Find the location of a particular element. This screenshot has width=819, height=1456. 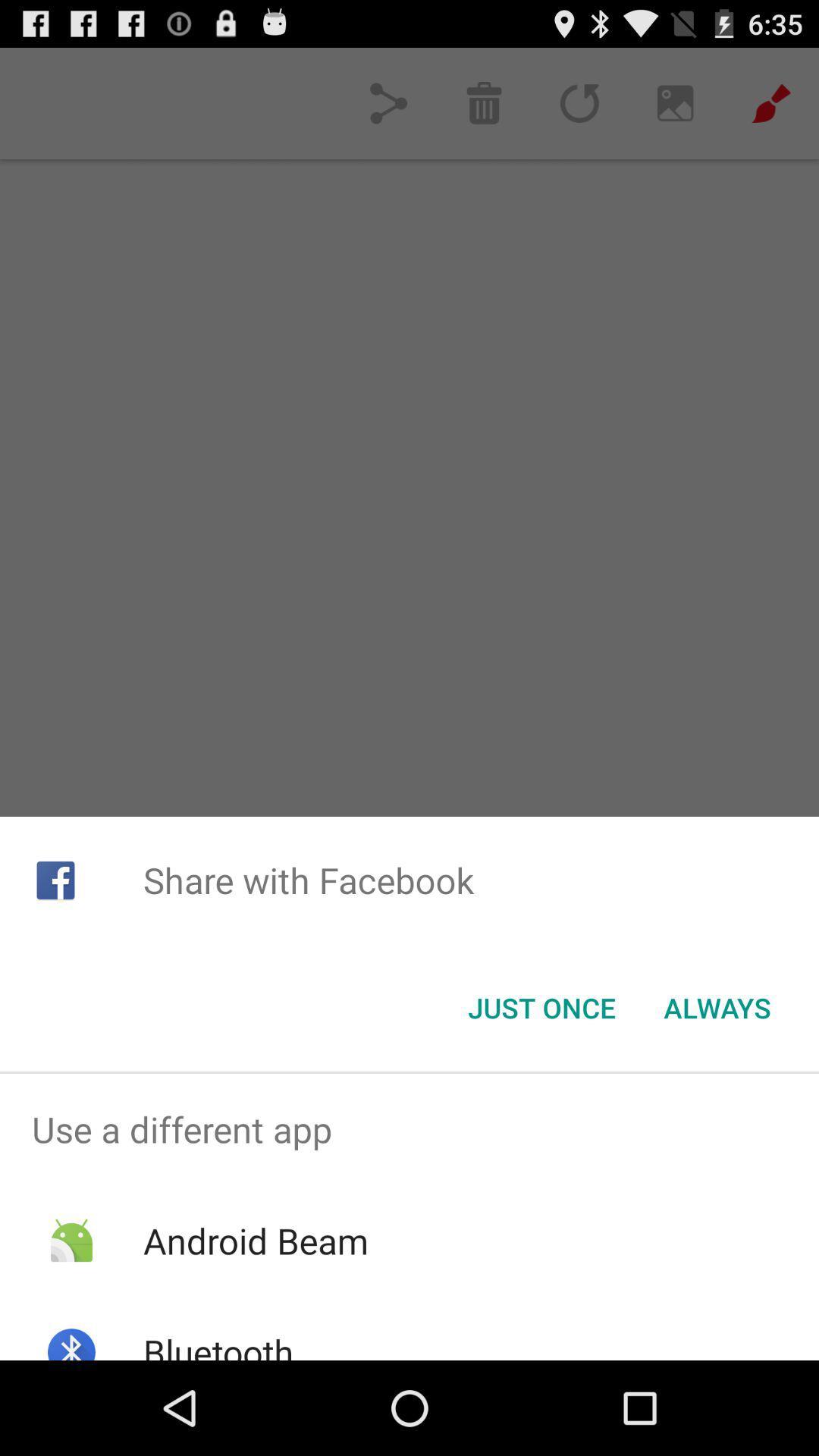

button next to the always item is located at coordinates (541, 1008).